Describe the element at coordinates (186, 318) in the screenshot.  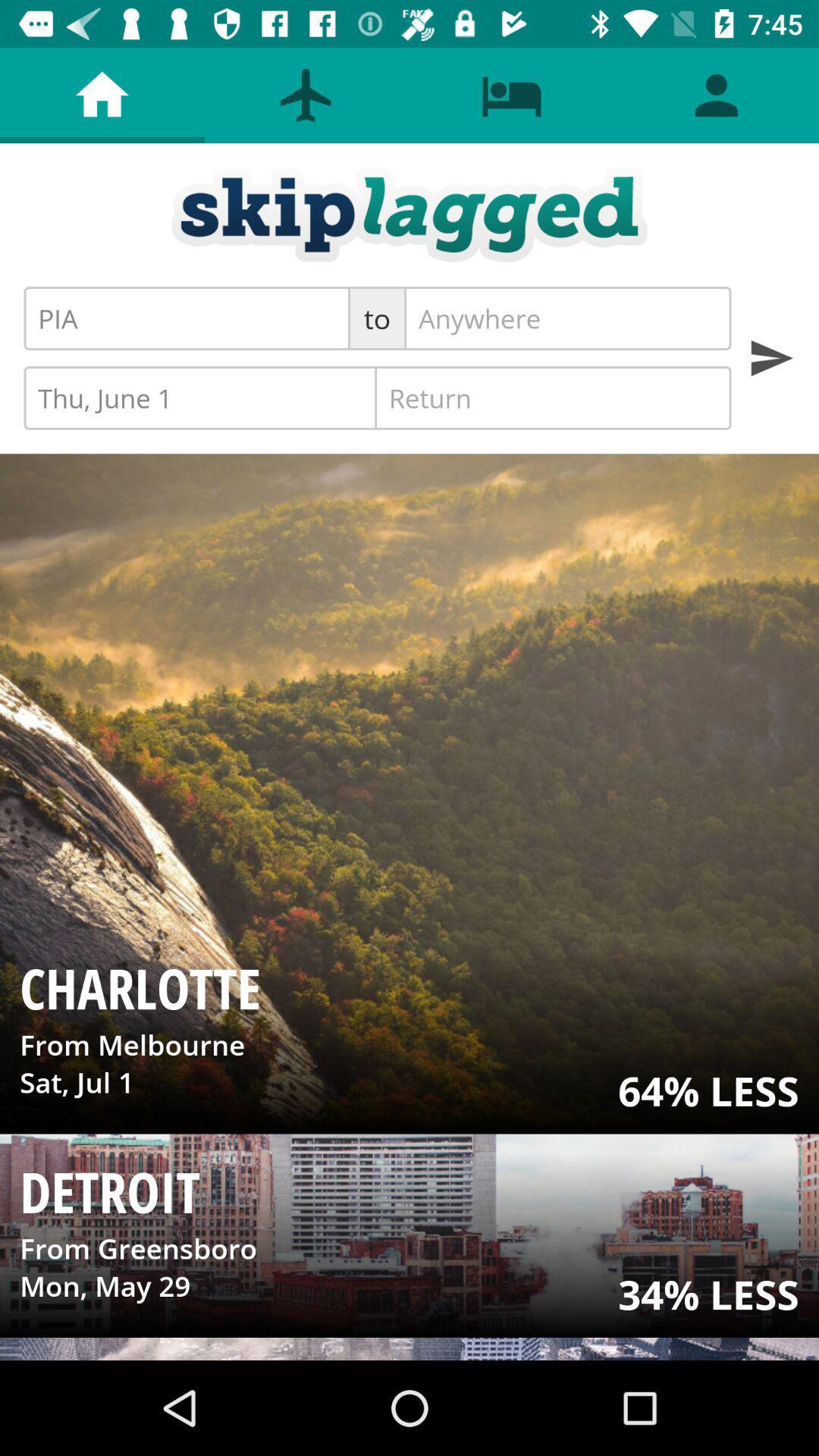
I see `the pia icon` at that location.